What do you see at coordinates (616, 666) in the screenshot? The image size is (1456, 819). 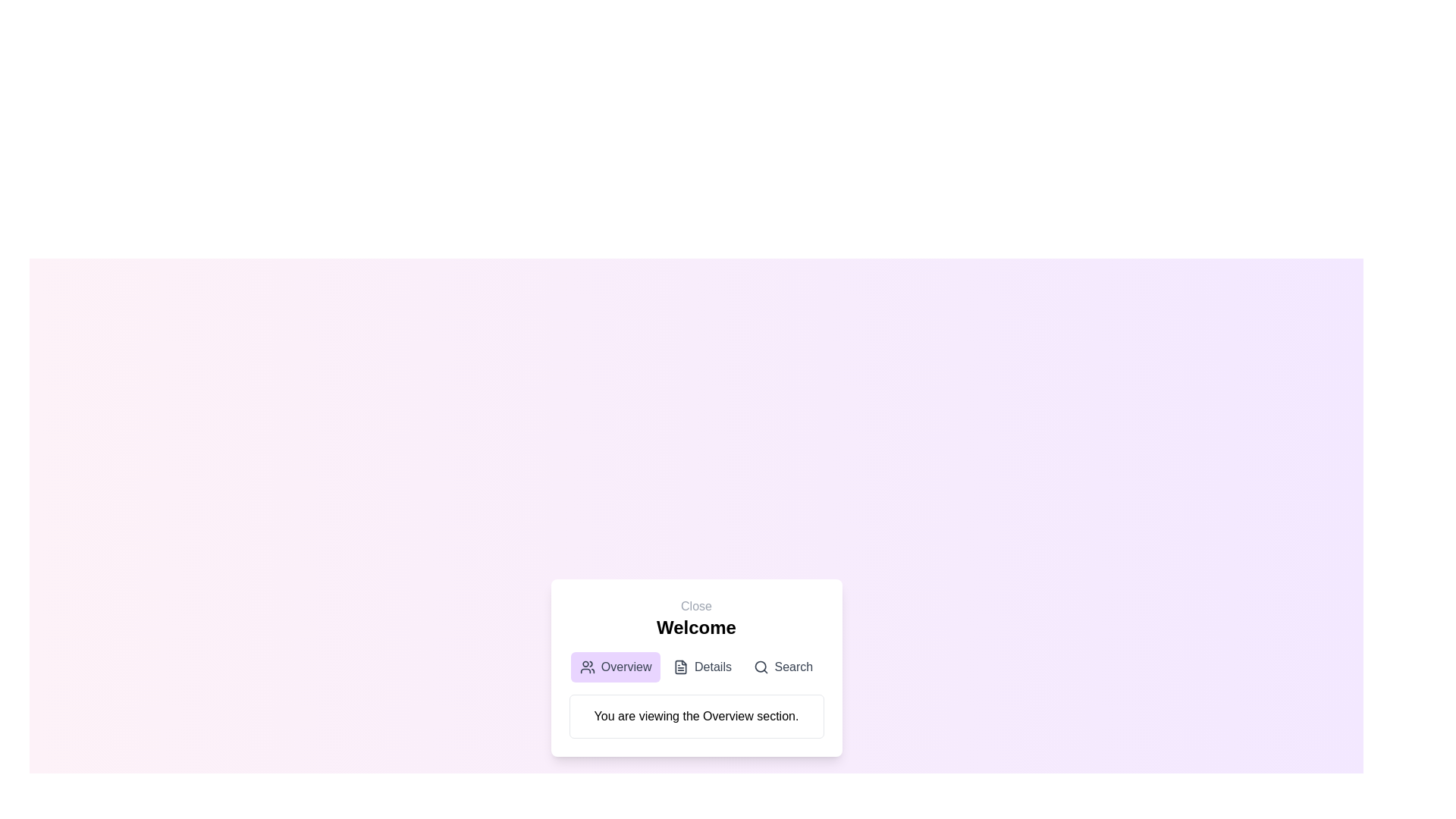 I see `the Overview tab in the EnhancedDialog component` at bounding box center [616, 666].